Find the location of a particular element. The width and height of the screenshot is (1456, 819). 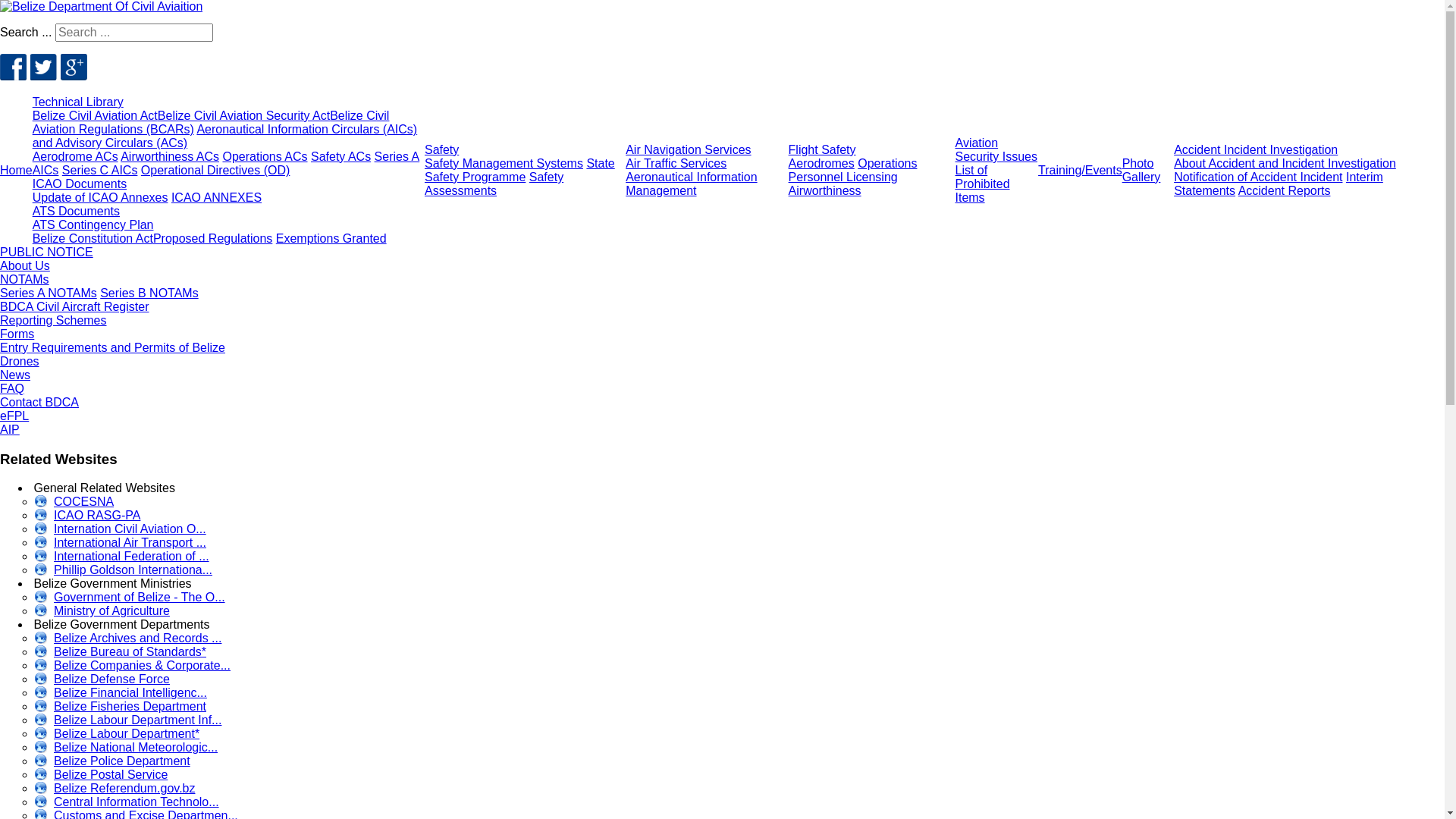

'About Us' is located at coordinates (25, 265).